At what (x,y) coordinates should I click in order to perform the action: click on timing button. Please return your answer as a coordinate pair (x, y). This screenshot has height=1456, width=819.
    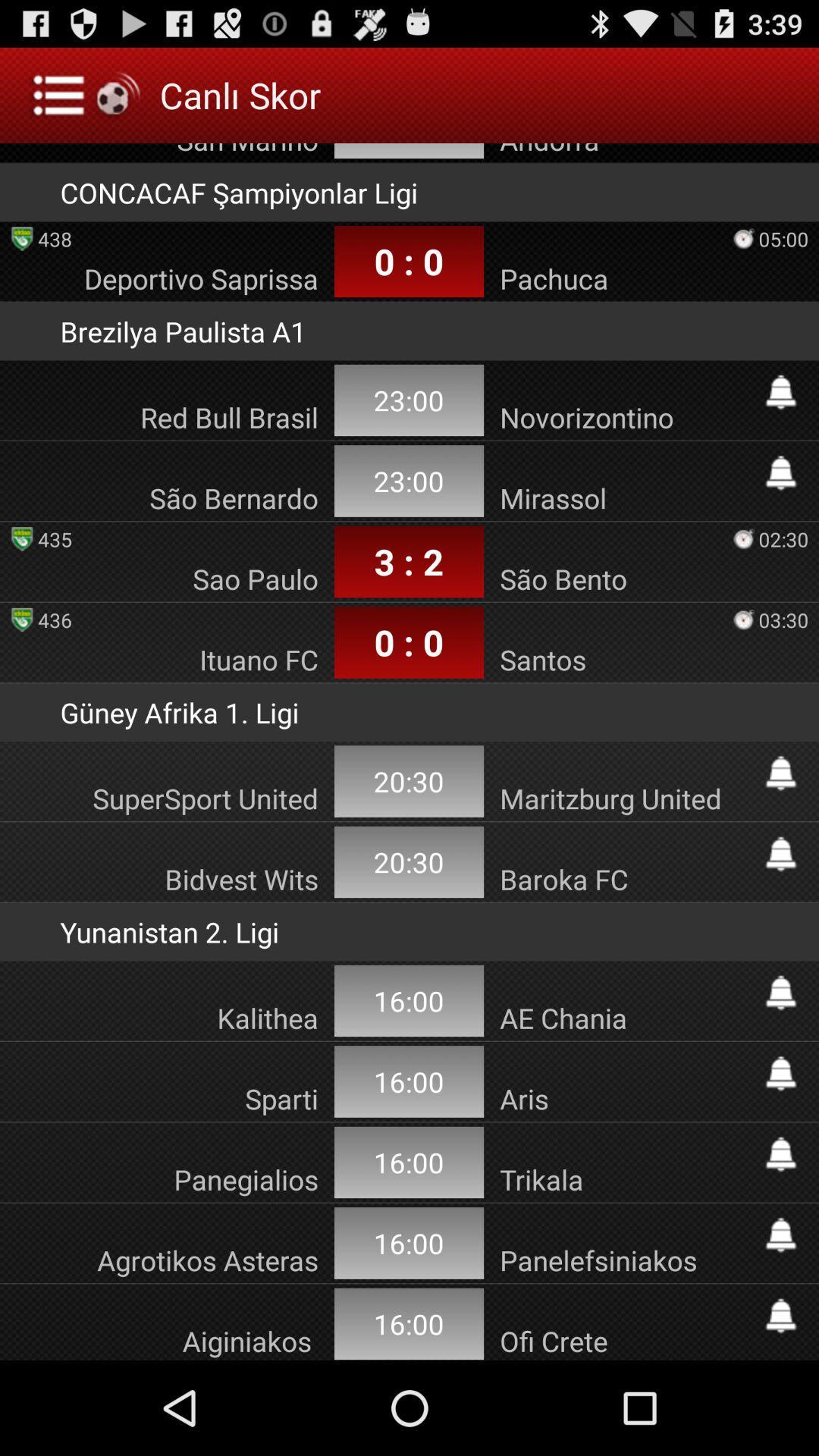
    Looking at the image, I should click on (780, 392).